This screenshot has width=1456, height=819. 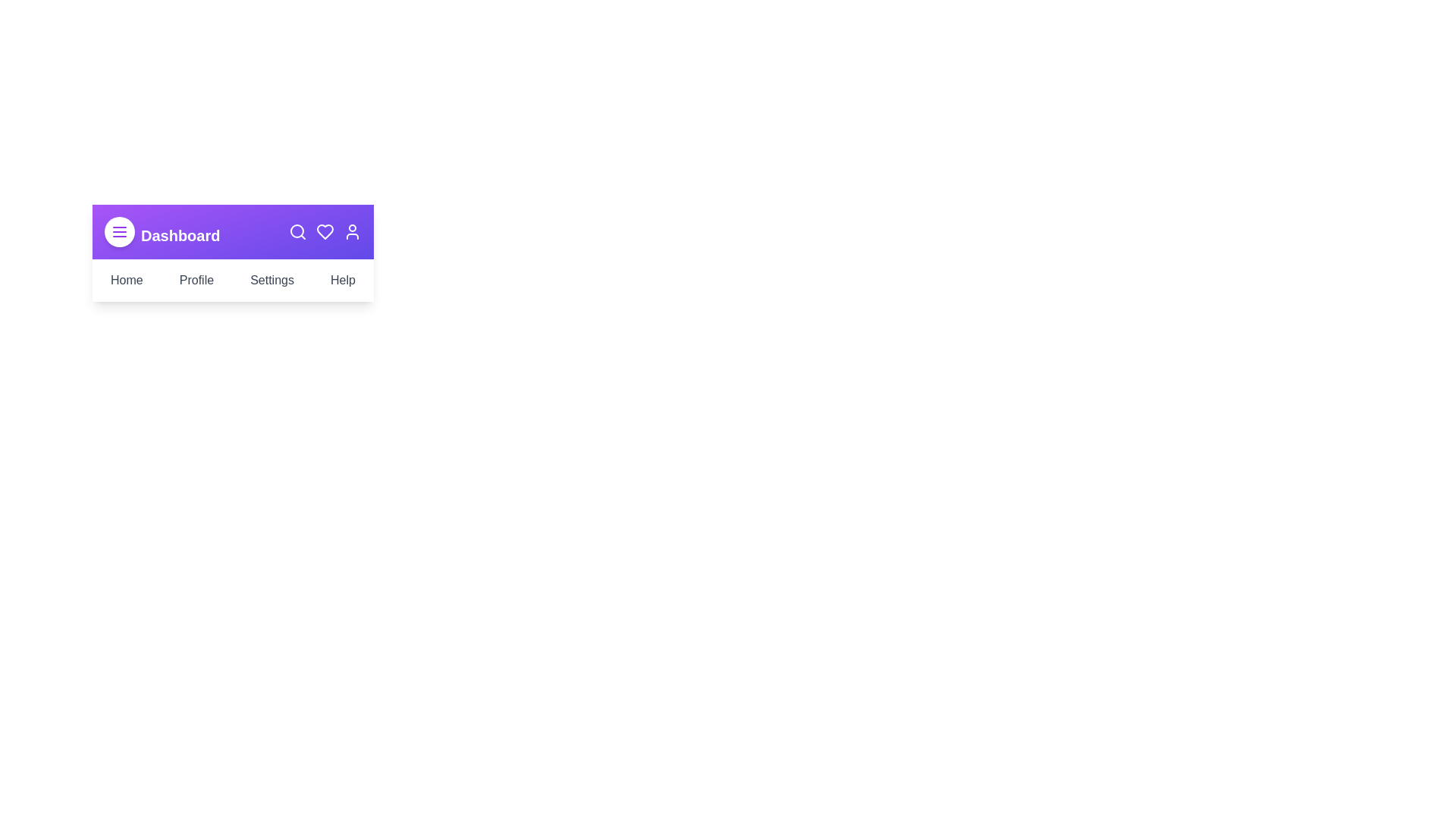 I want to click on the Settings menu item in the navigation menu, so click(x=272, y=281).